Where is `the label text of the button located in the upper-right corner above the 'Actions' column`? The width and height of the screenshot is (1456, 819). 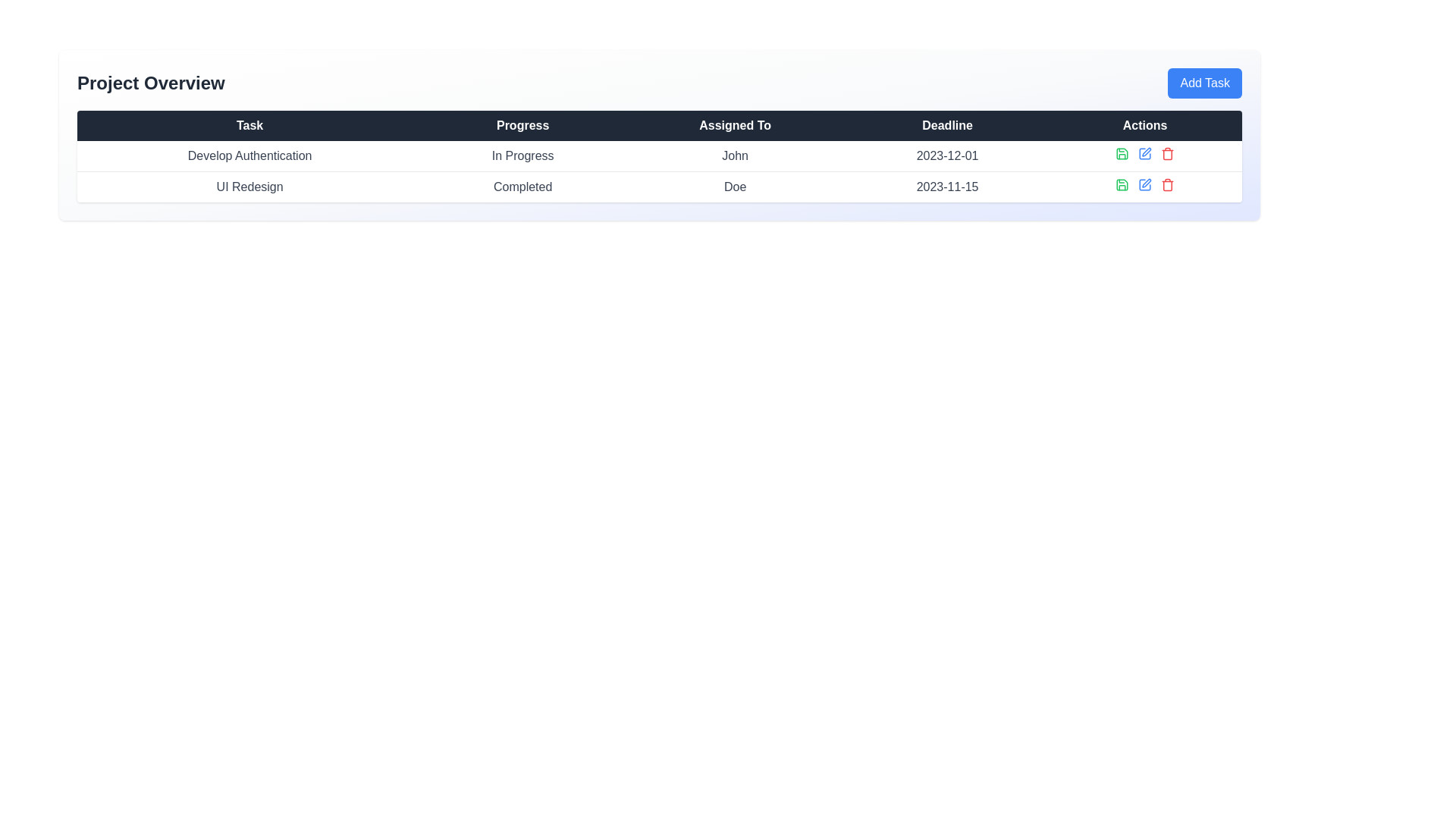 the label text of the button located in the upper-right corner above the 'Actions' column is located at coordinates (1203, 83).